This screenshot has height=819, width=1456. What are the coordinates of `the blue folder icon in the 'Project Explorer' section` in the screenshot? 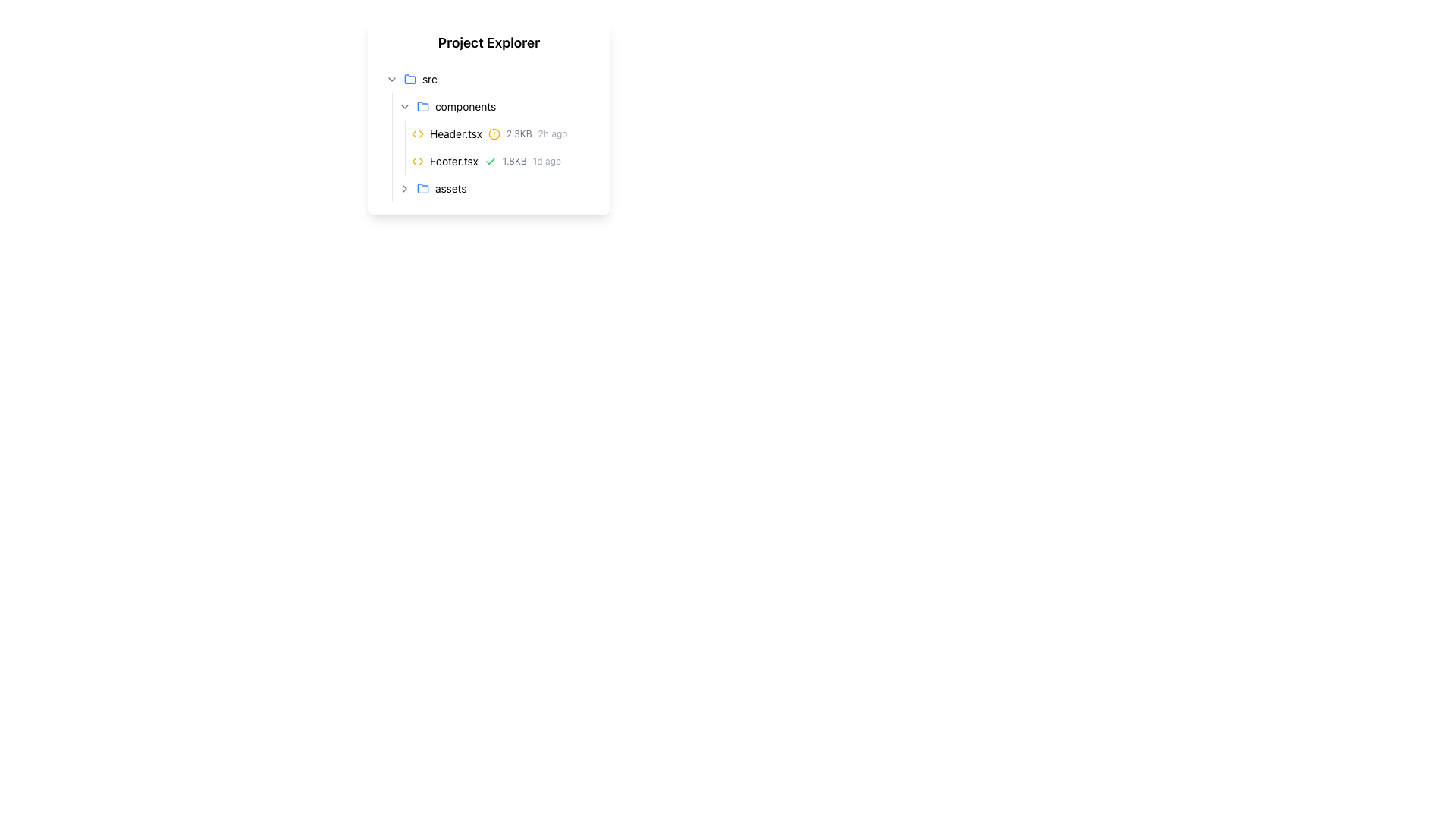 It's located at (422, 105).